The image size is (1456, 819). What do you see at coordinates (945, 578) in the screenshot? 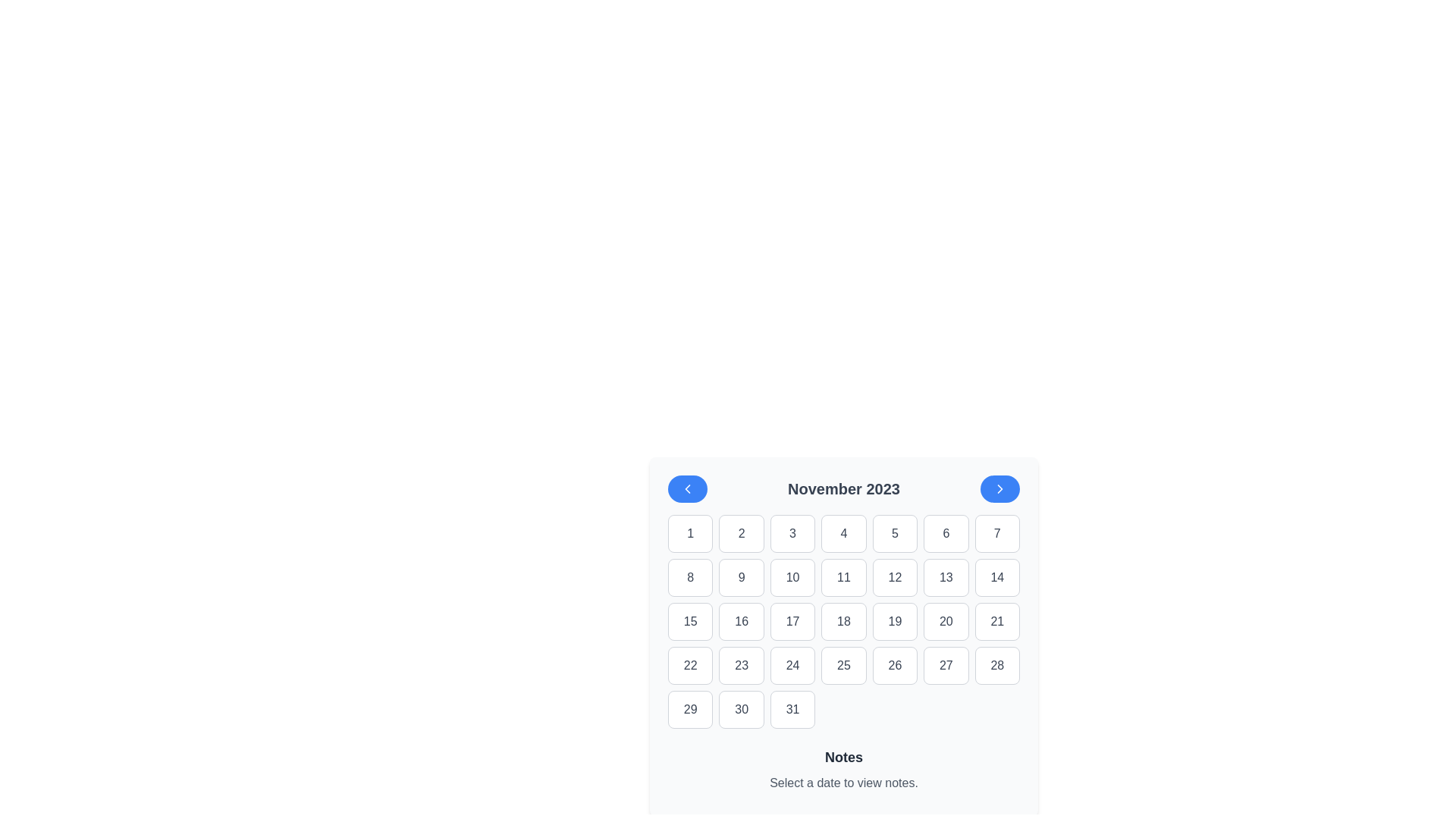
I see `the calendar button displaying the number '13', located in the second row and seventh column of the calendar interface` at bounding box center [945, 578].